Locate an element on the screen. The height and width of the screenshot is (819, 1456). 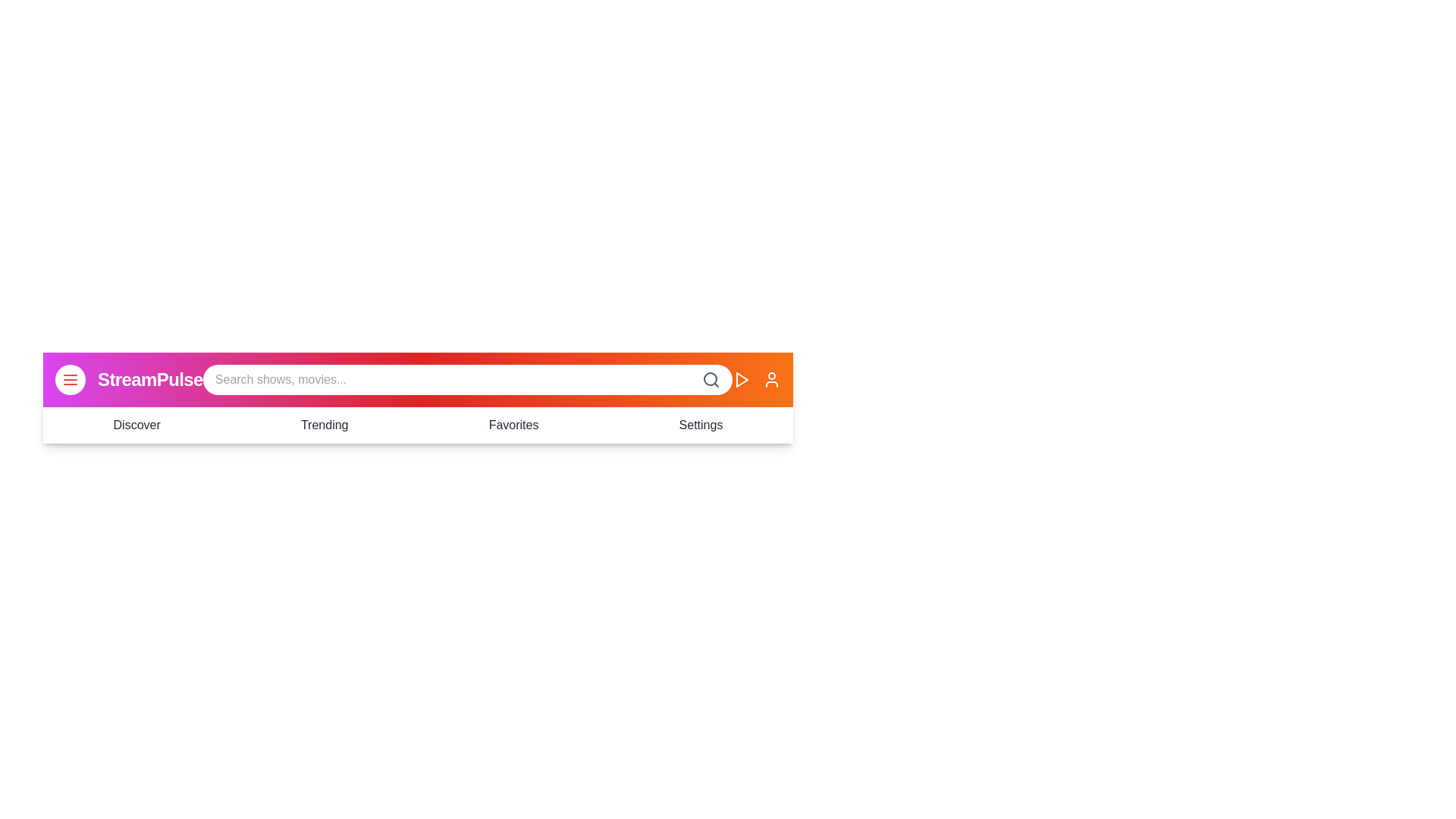
navigation toggle button to toggle the visibility of the navigation menu is located at coordinates (69, 379).